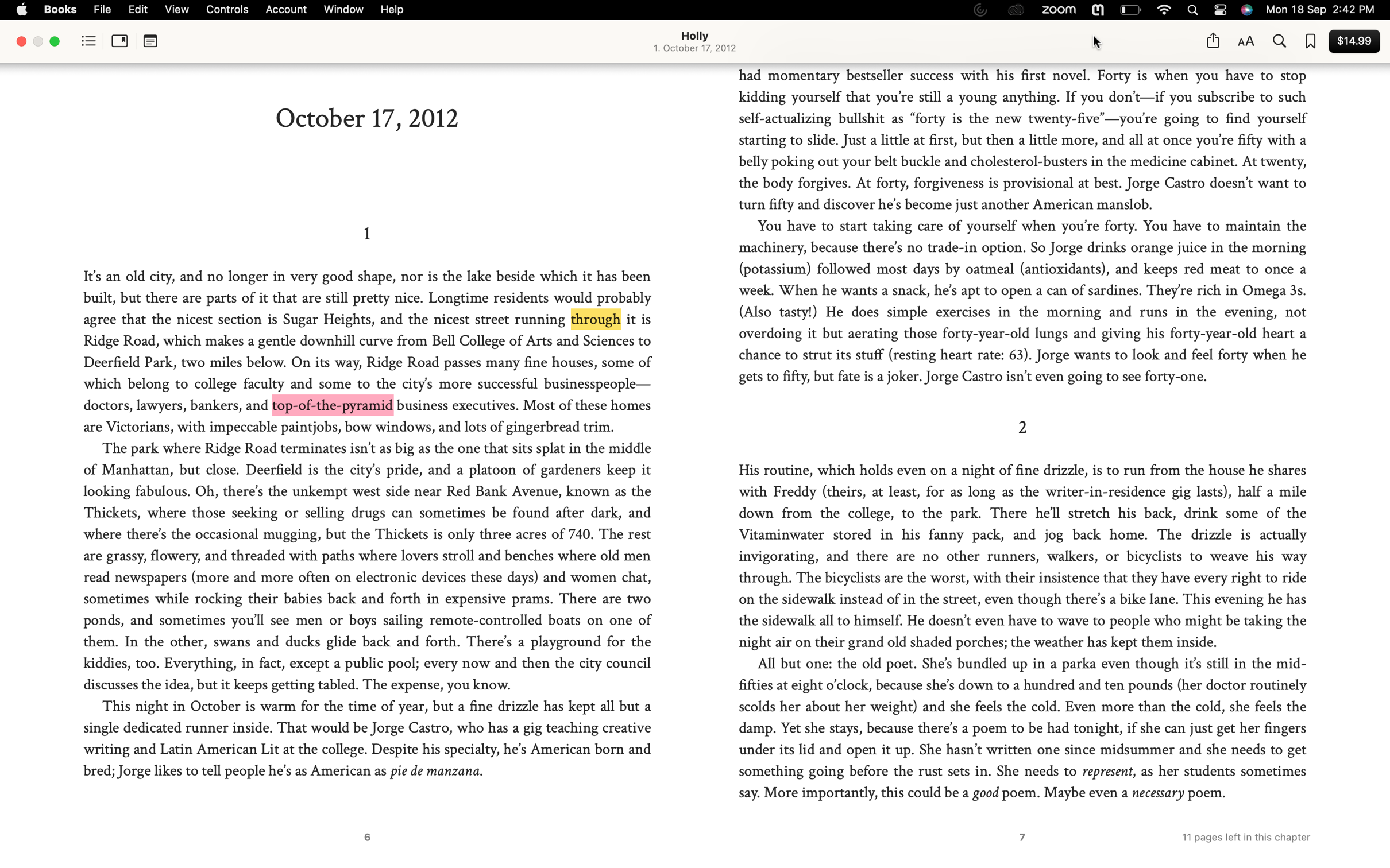 This screenshot has width=1390, height=868. I want to click on Search for occurrences of "handsome" in the entire book, so click(1278, 42).